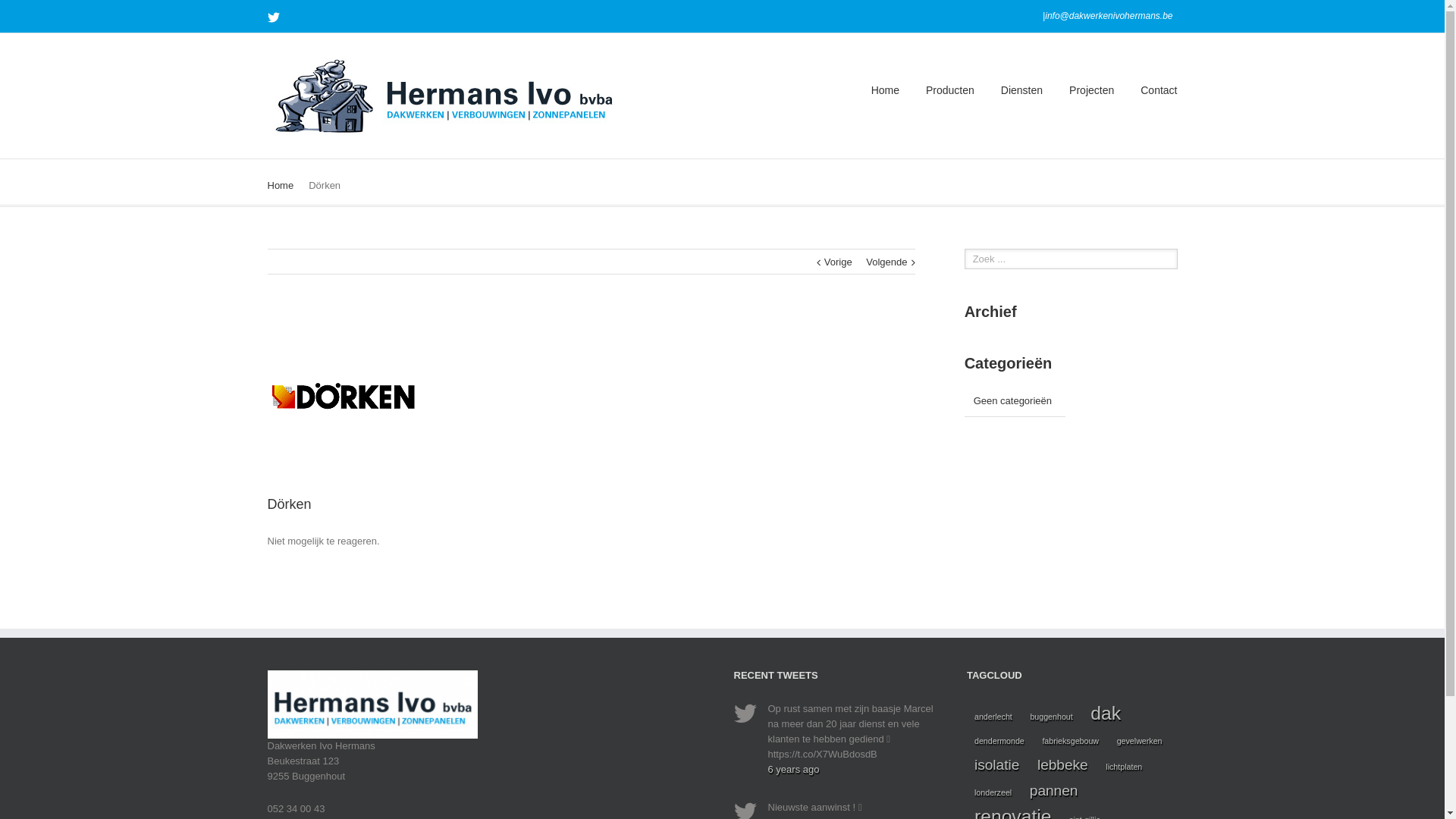  Describe the element at coordinates (885, 89) in the screenshot. I see `'Home'` at that location.